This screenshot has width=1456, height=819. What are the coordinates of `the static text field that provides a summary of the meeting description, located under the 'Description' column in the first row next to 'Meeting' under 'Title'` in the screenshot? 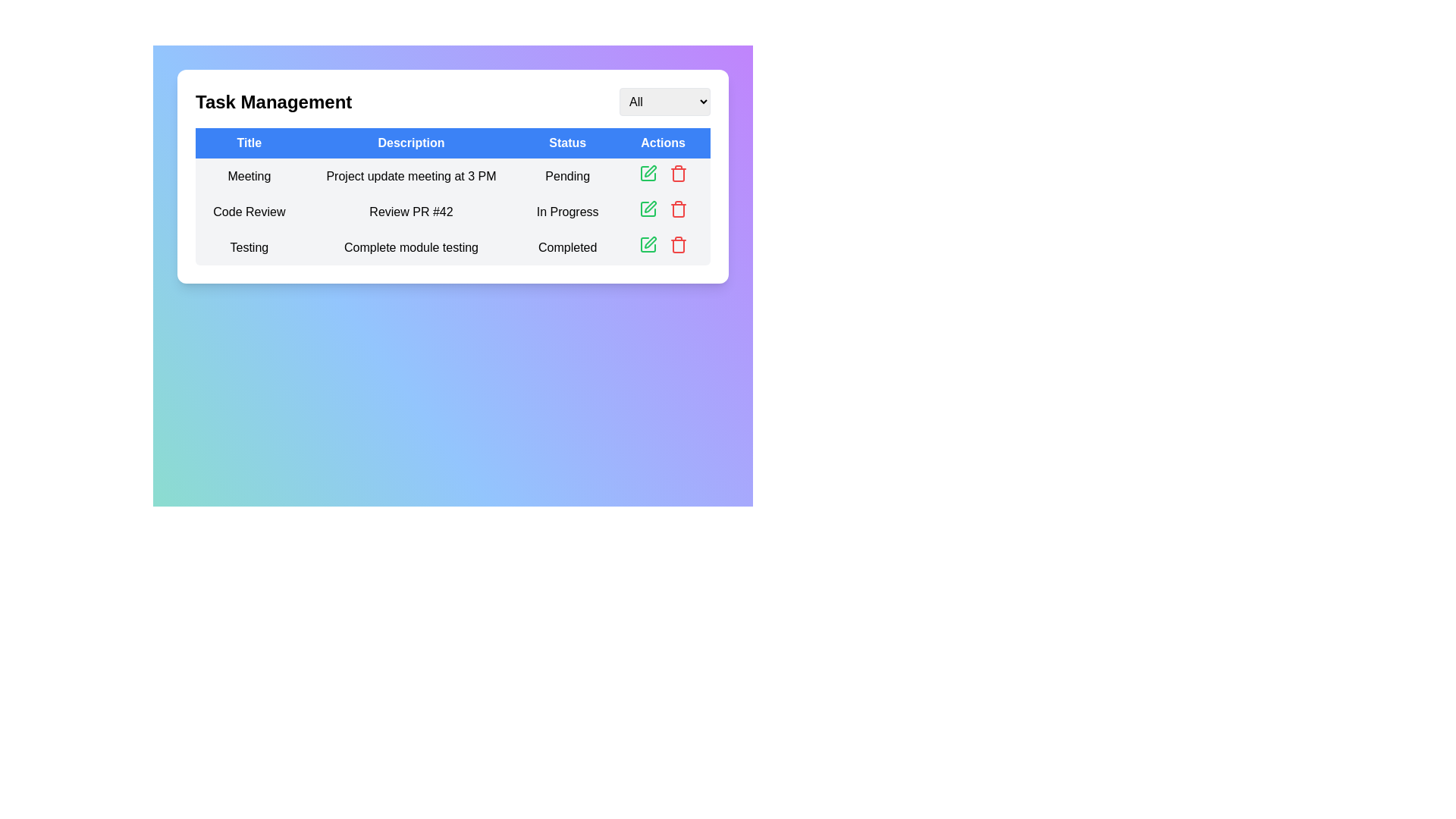 It's located at (411, 175).